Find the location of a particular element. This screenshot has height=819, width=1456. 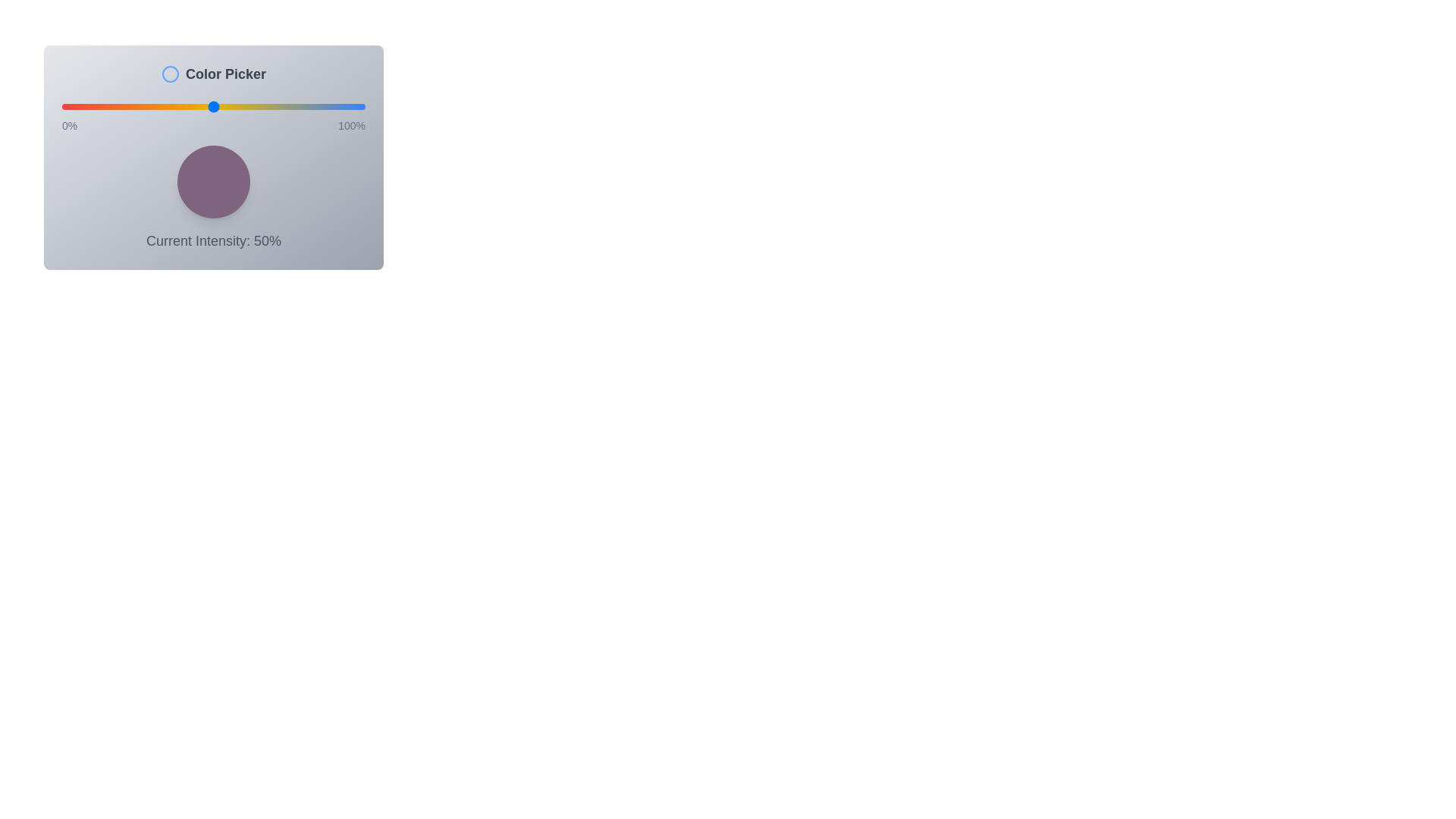

the intensity slider to 88% is located at coordinates (328, 106).